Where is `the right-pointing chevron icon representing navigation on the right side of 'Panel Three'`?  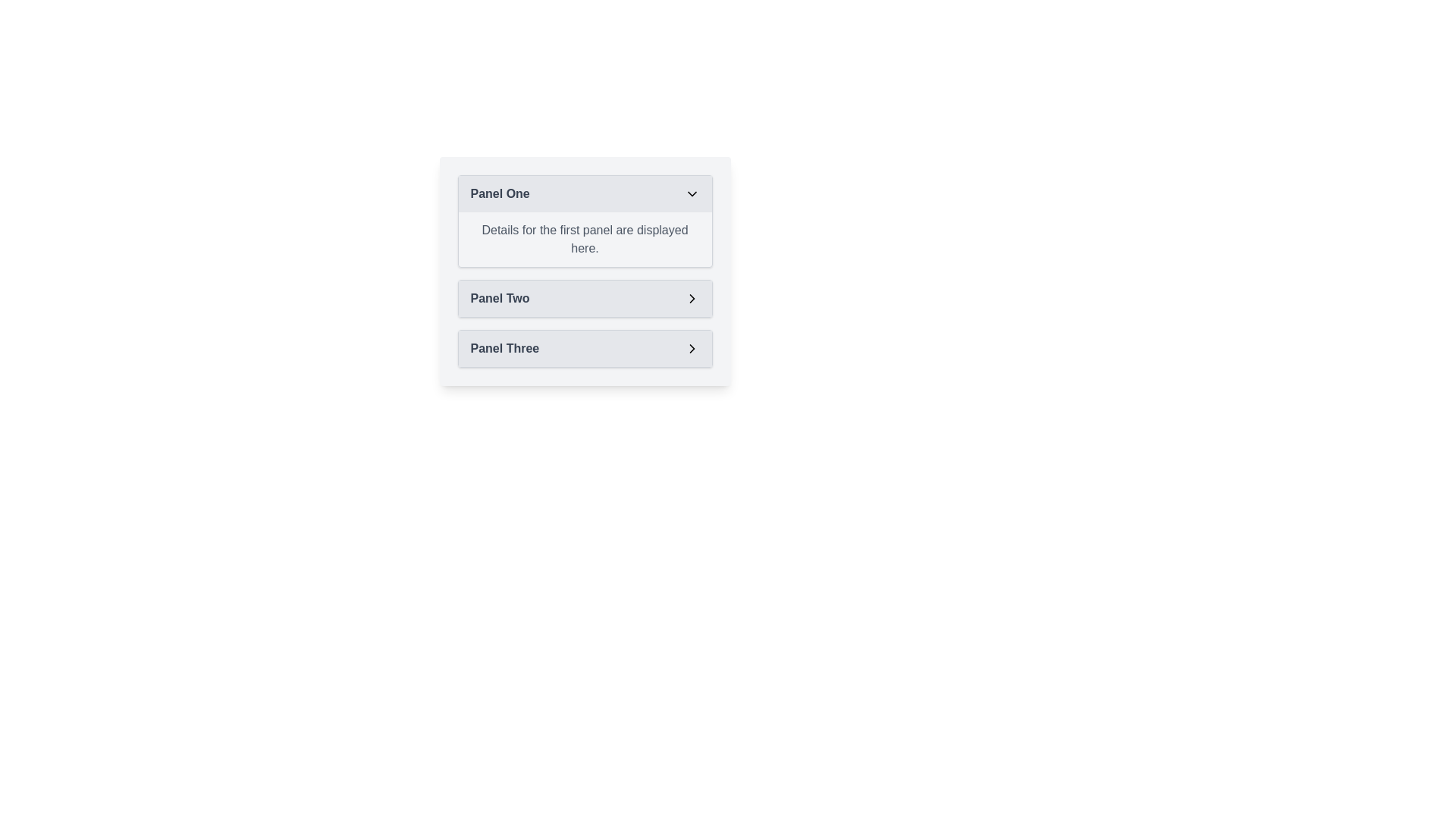
the right-pointing chevron icon representing navigation on the right side of 'Panel Three' is located at coordinates (691, 348).